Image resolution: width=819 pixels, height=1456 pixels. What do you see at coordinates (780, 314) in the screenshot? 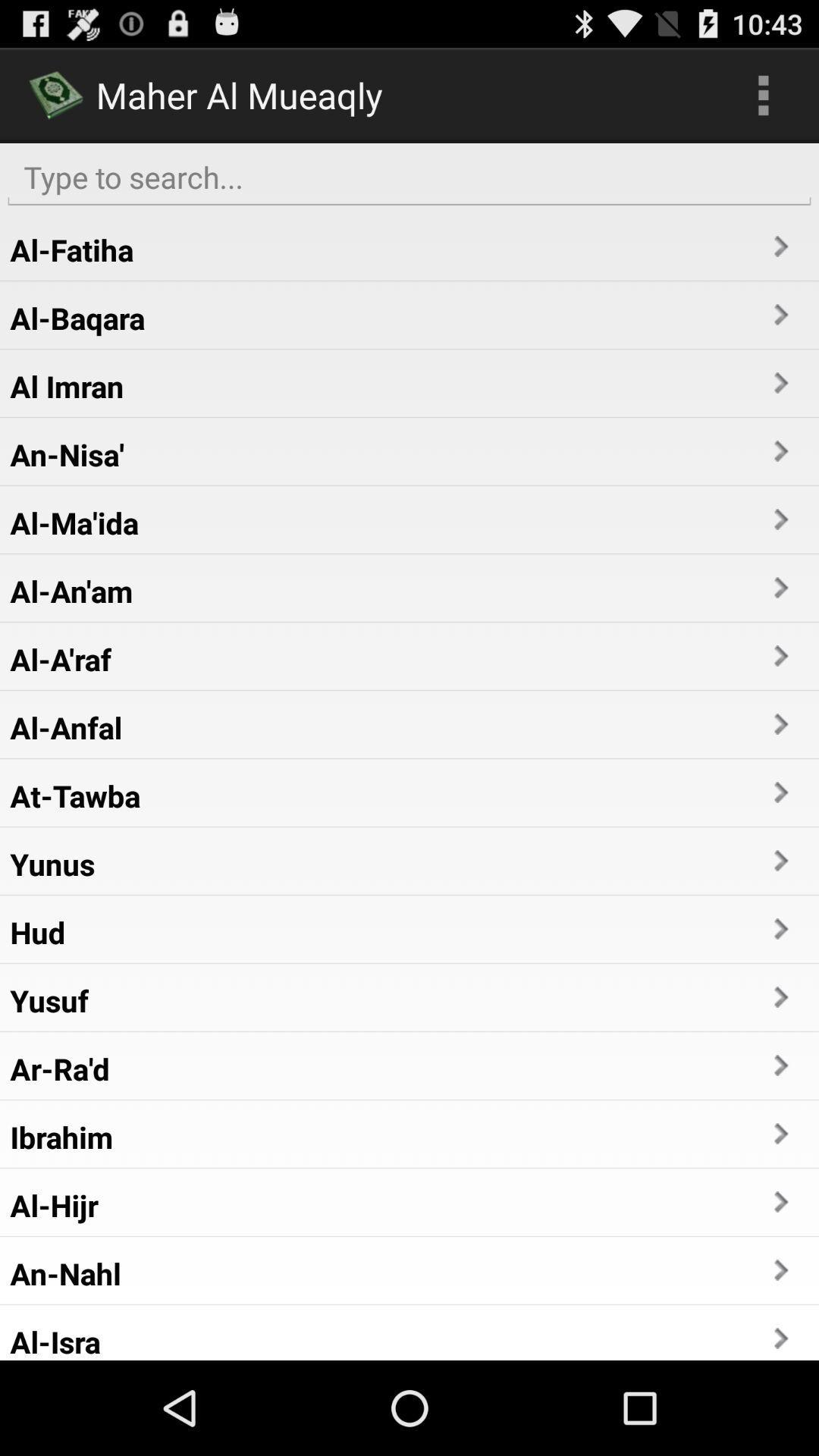
I see `item to the right of al-baqara icon` at bounding box center [780, 314].